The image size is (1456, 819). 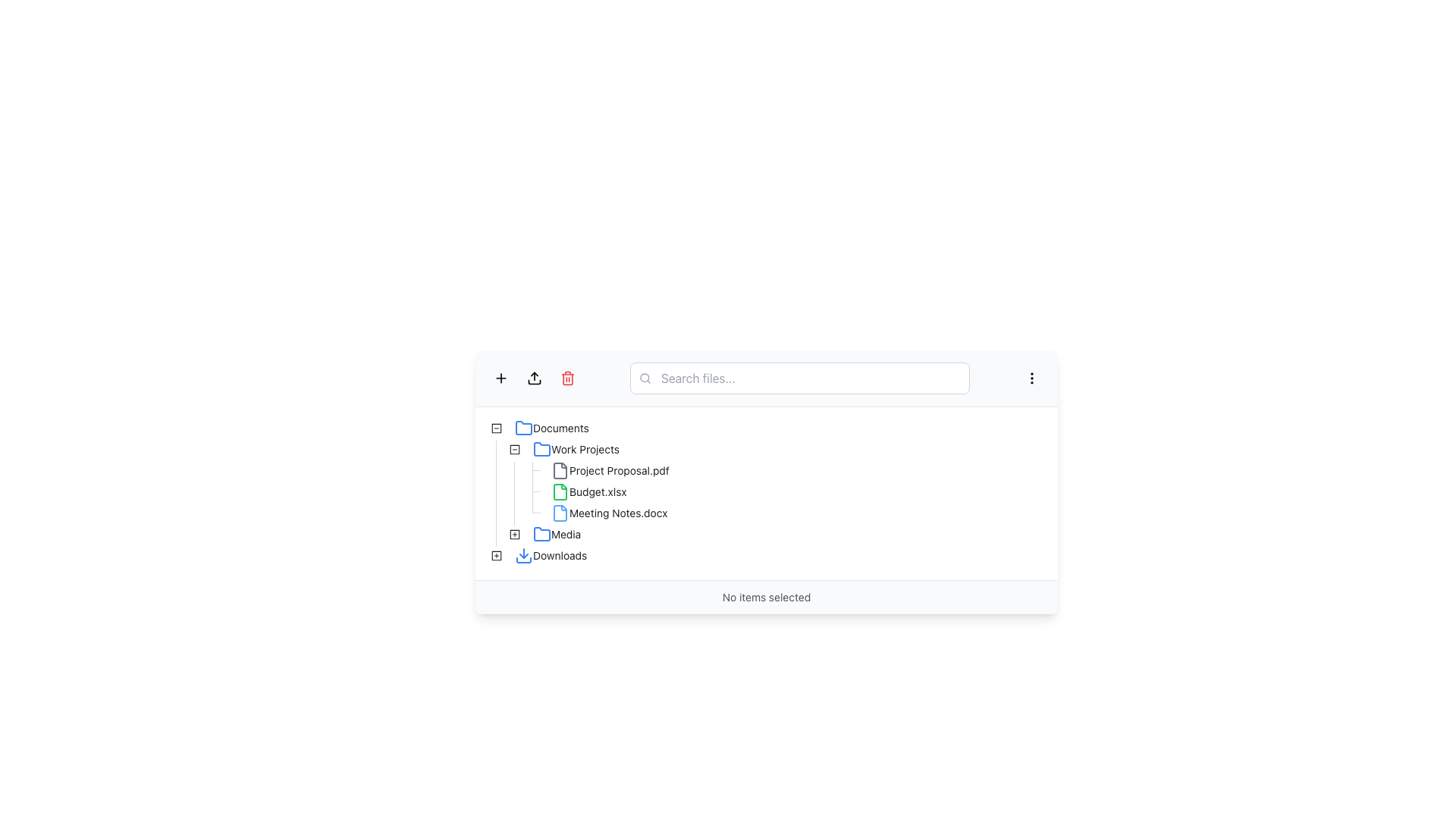 I want to click on the 'Downloads' folder icon located at the leftmost side of the folder node in the file tree to focus or select the associated folder, so click(x=524, y=555).